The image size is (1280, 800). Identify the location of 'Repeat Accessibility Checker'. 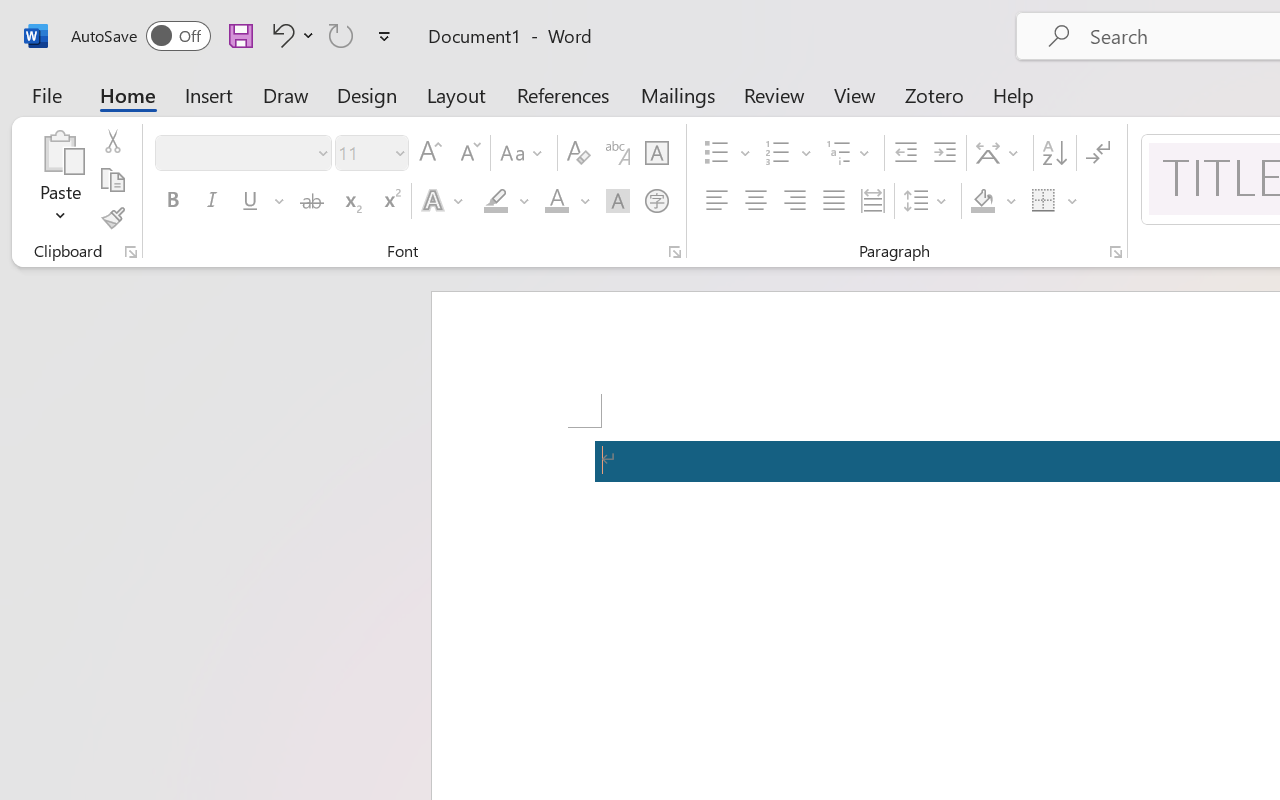
(341, 34).